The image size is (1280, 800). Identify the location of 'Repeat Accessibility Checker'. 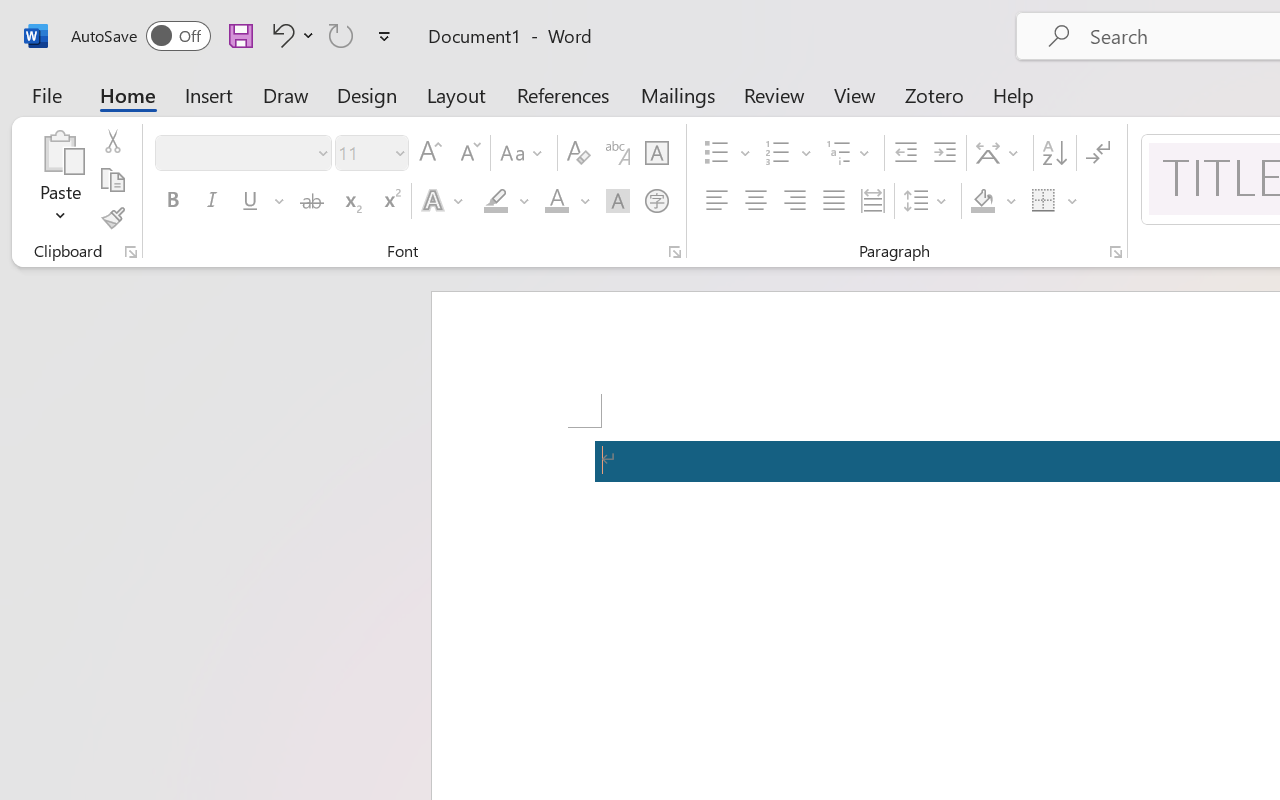
(341, 34).